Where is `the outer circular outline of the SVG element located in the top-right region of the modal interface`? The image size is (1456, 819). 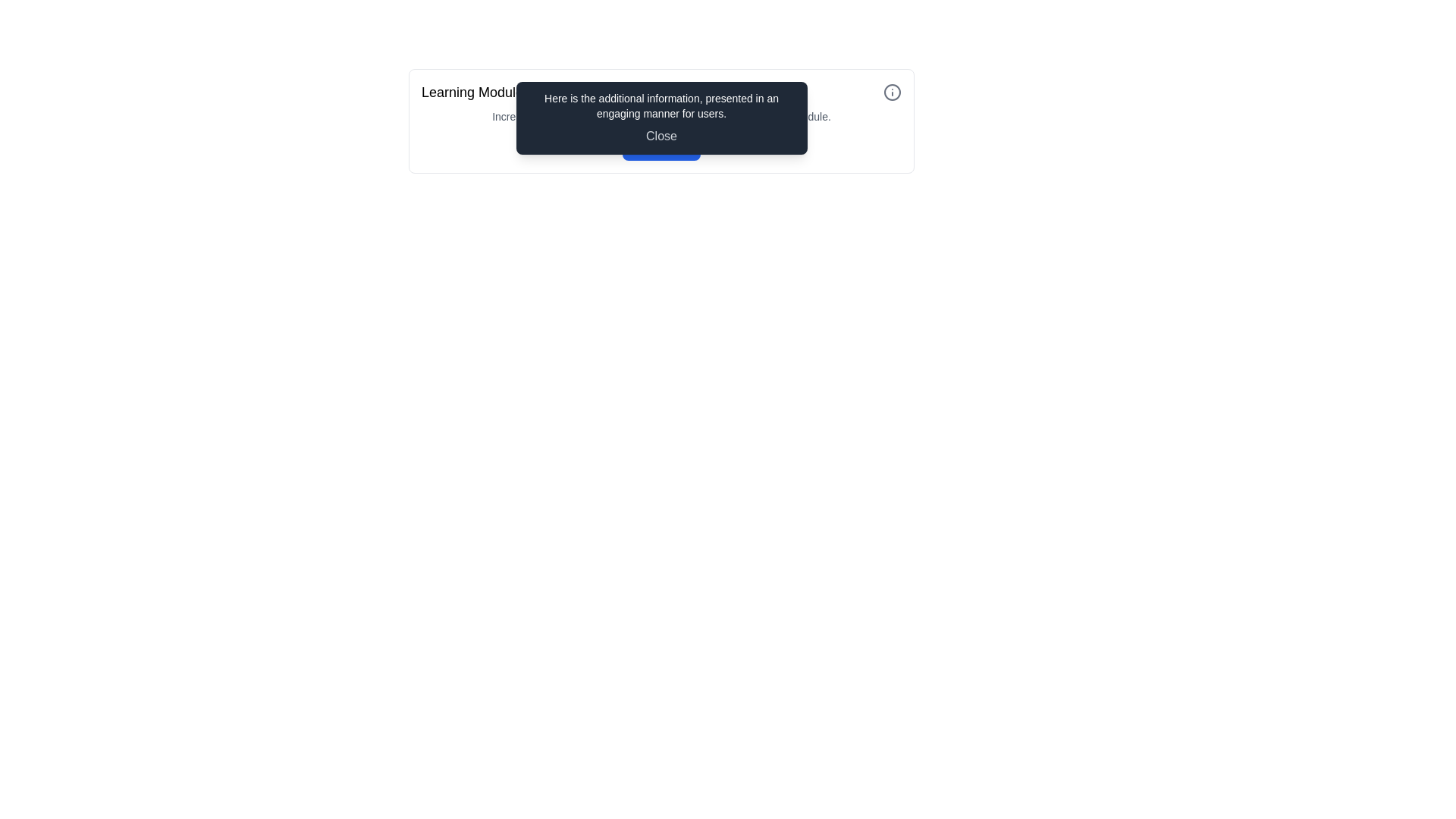
the outer circular outline of the SVG element located in the top-right region of the modal interface is located at coordinates (892, 93).